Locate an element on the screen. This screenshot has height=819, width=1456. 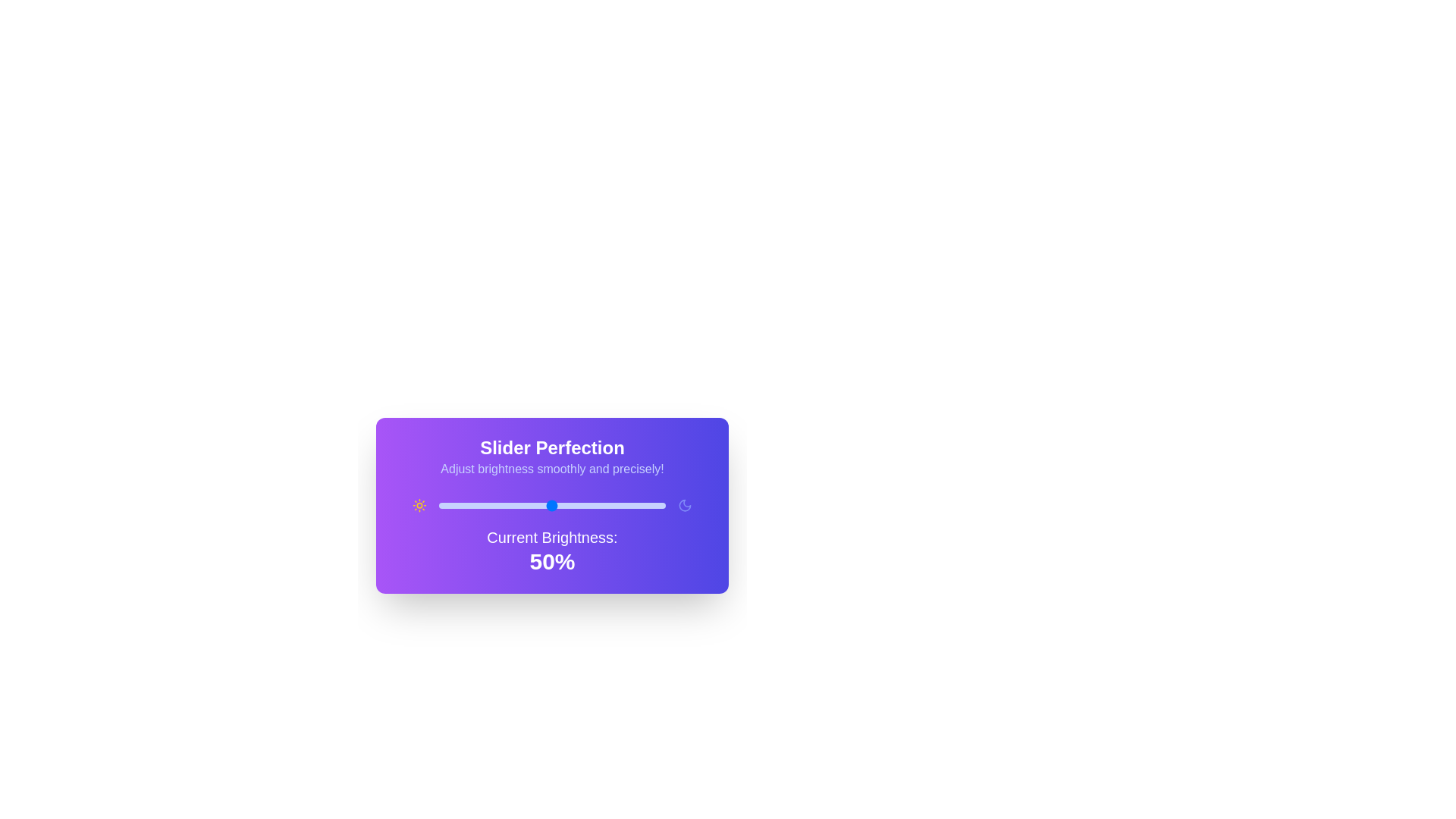
the text 'Current Brightness: 50%' to select it is located at coordinates (551, 551).